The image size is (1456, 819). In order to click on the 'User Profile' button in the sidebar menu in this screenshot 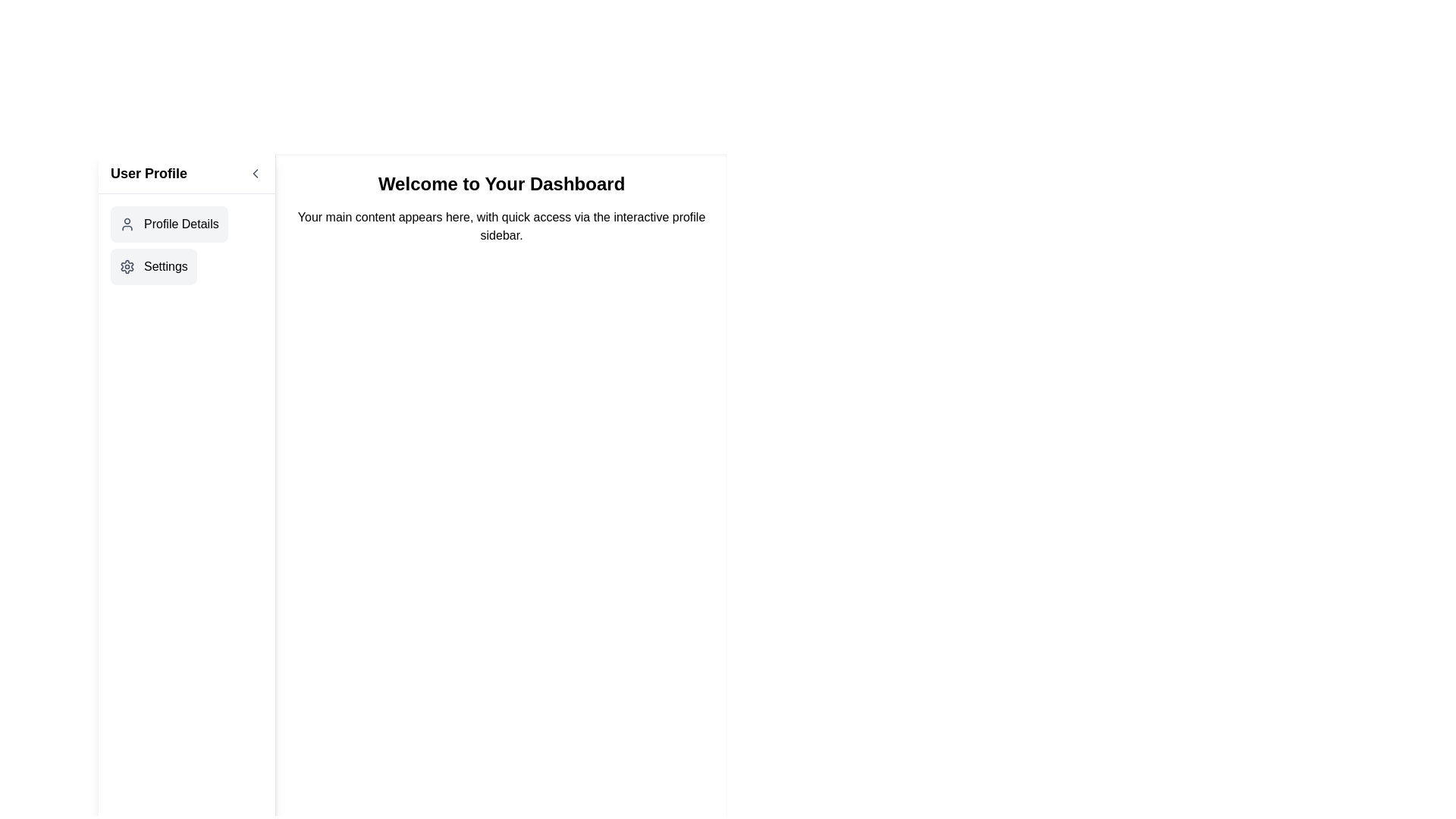, I will do `click(169, 224)`.